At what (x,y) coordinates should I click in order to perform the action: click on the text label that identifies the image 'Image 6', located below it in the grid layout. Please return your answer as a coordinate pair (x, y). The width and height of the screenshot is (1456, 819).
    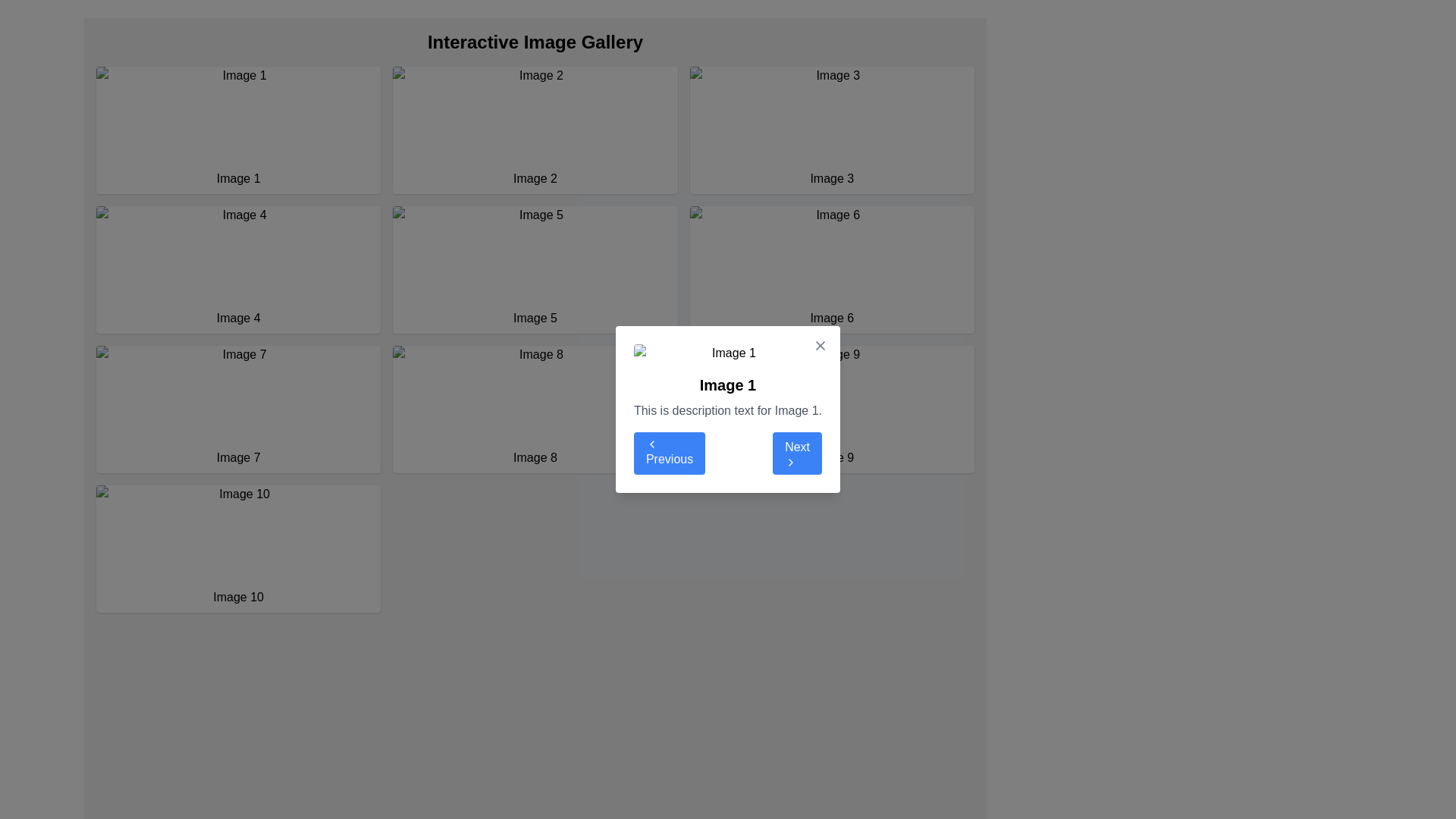
    Looking at the image, I should click on (831, 318).